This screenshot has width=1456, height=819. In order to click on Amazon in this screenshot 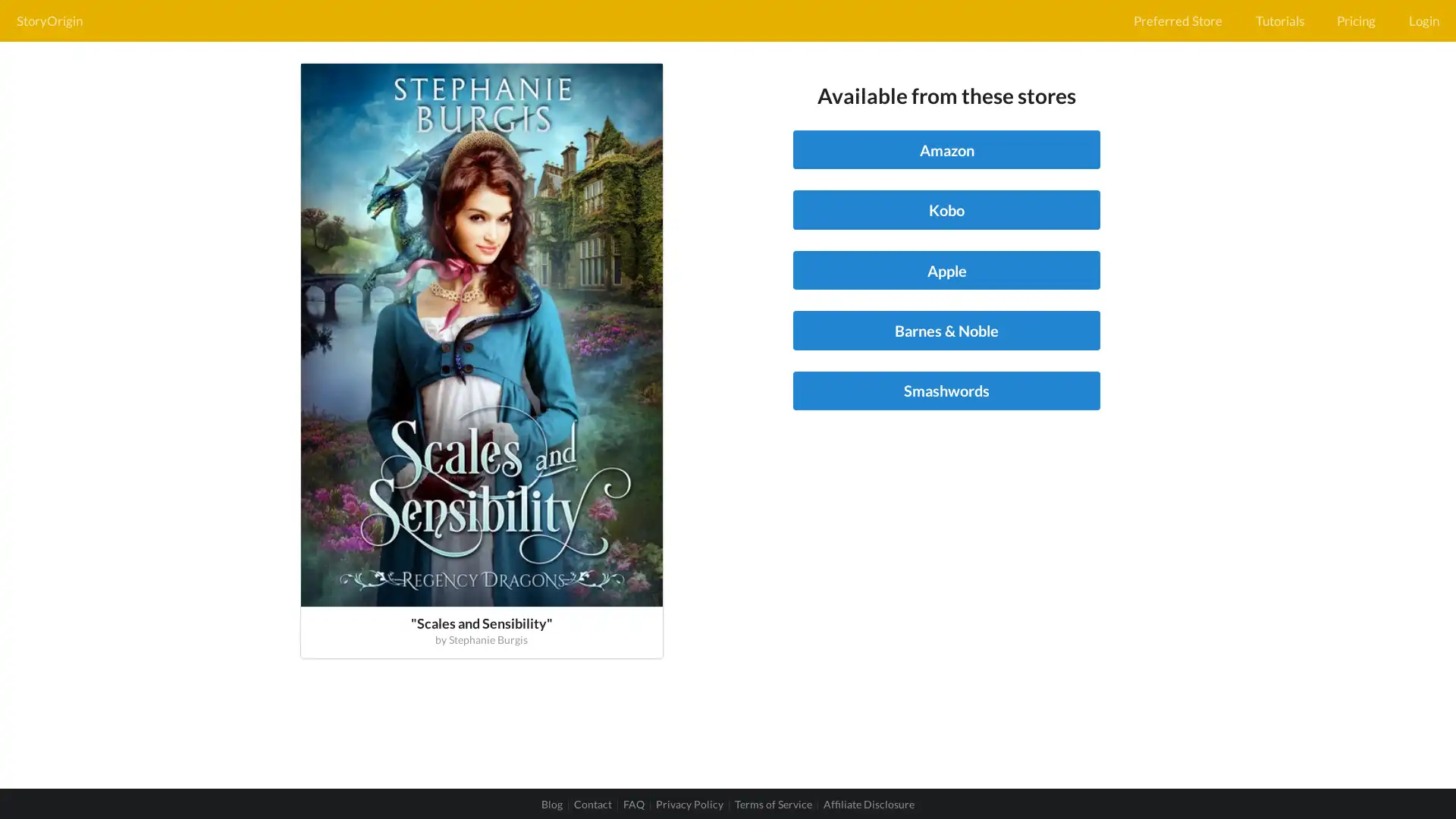, I will do `click(946, 149)`.